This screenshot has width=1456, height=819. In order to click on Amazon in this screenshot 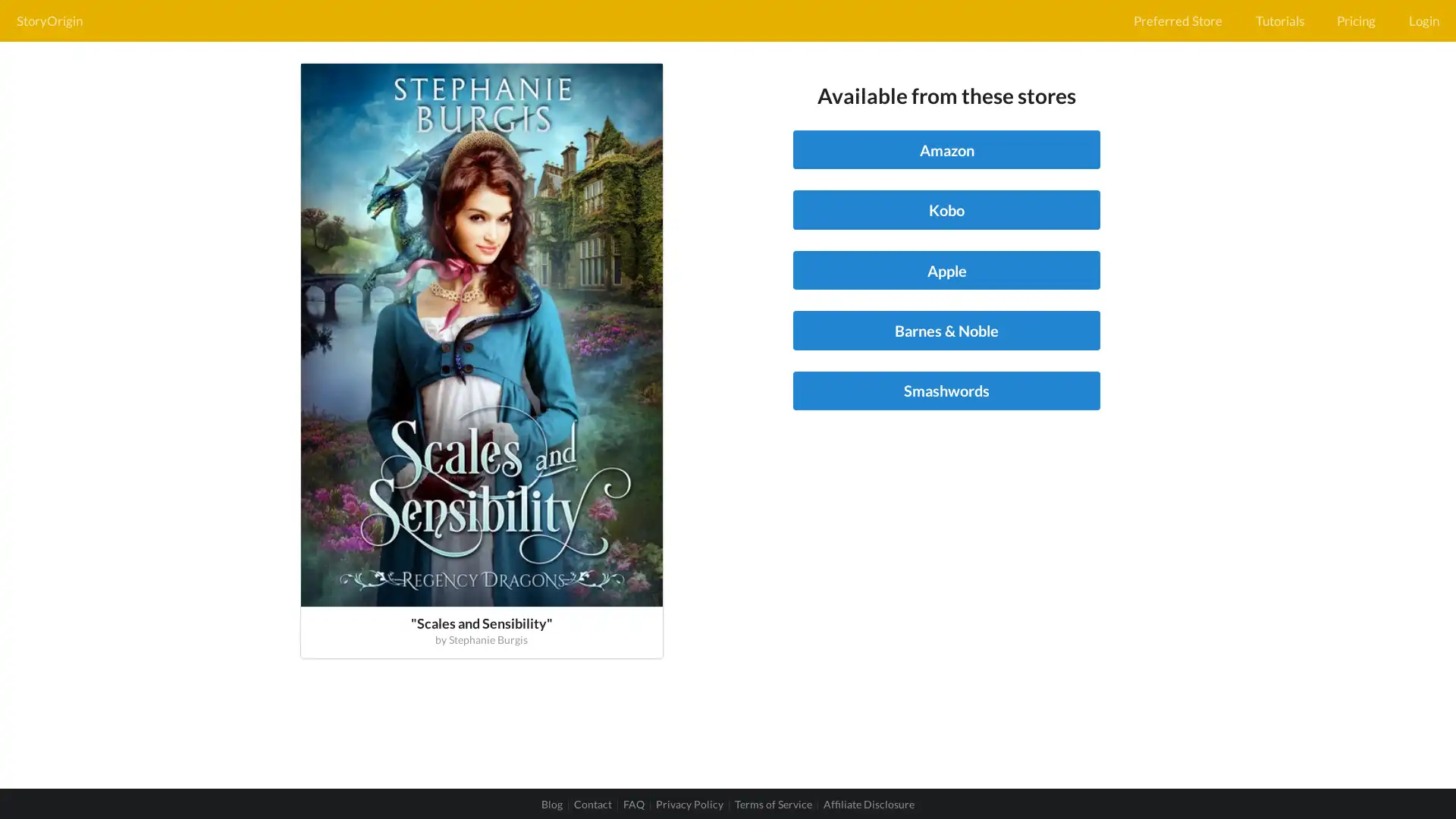, I will do `click(946, 149)`.